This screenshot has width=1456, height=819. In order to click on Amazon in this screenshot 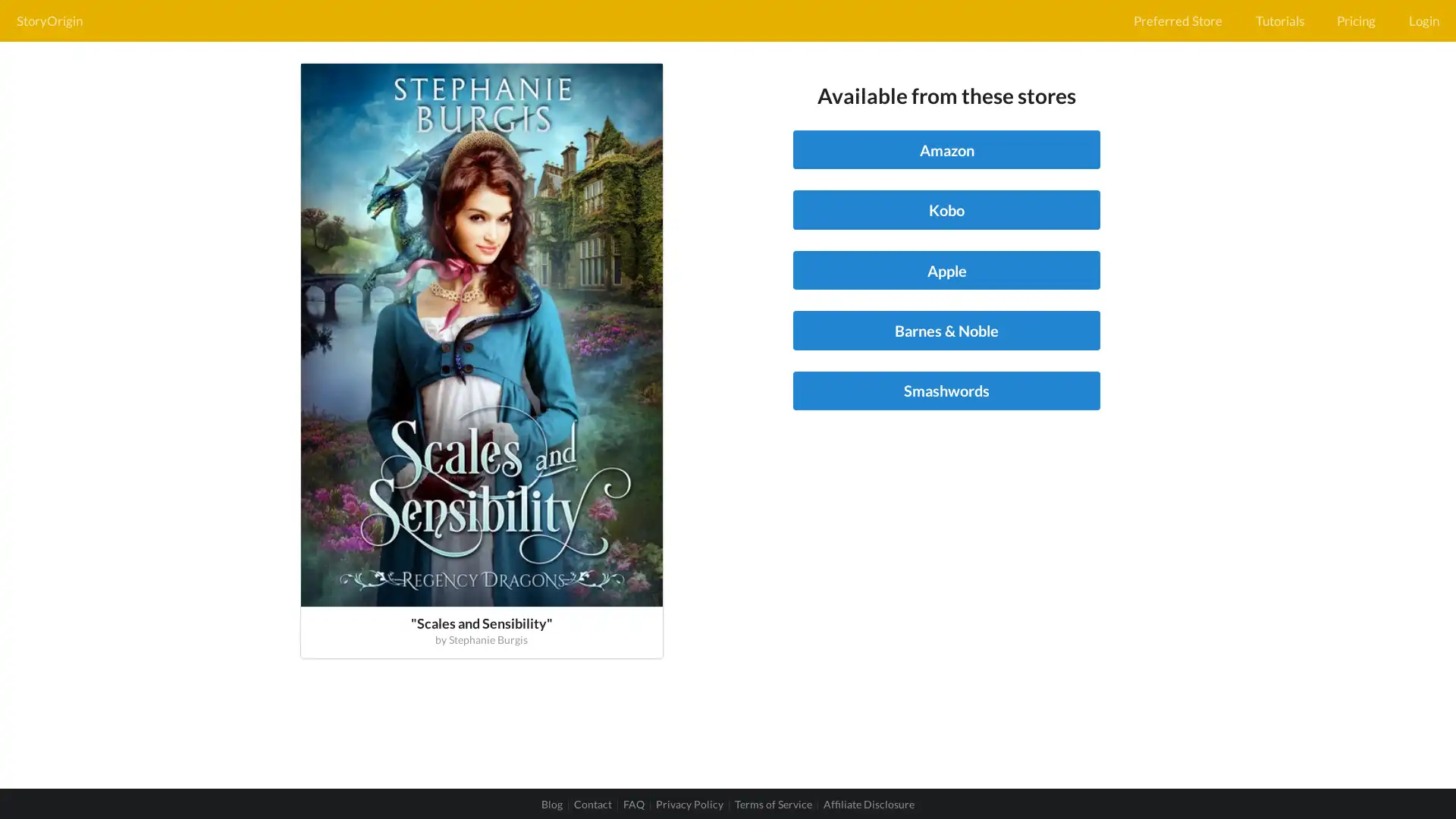, I will do `click(946, 149)`.